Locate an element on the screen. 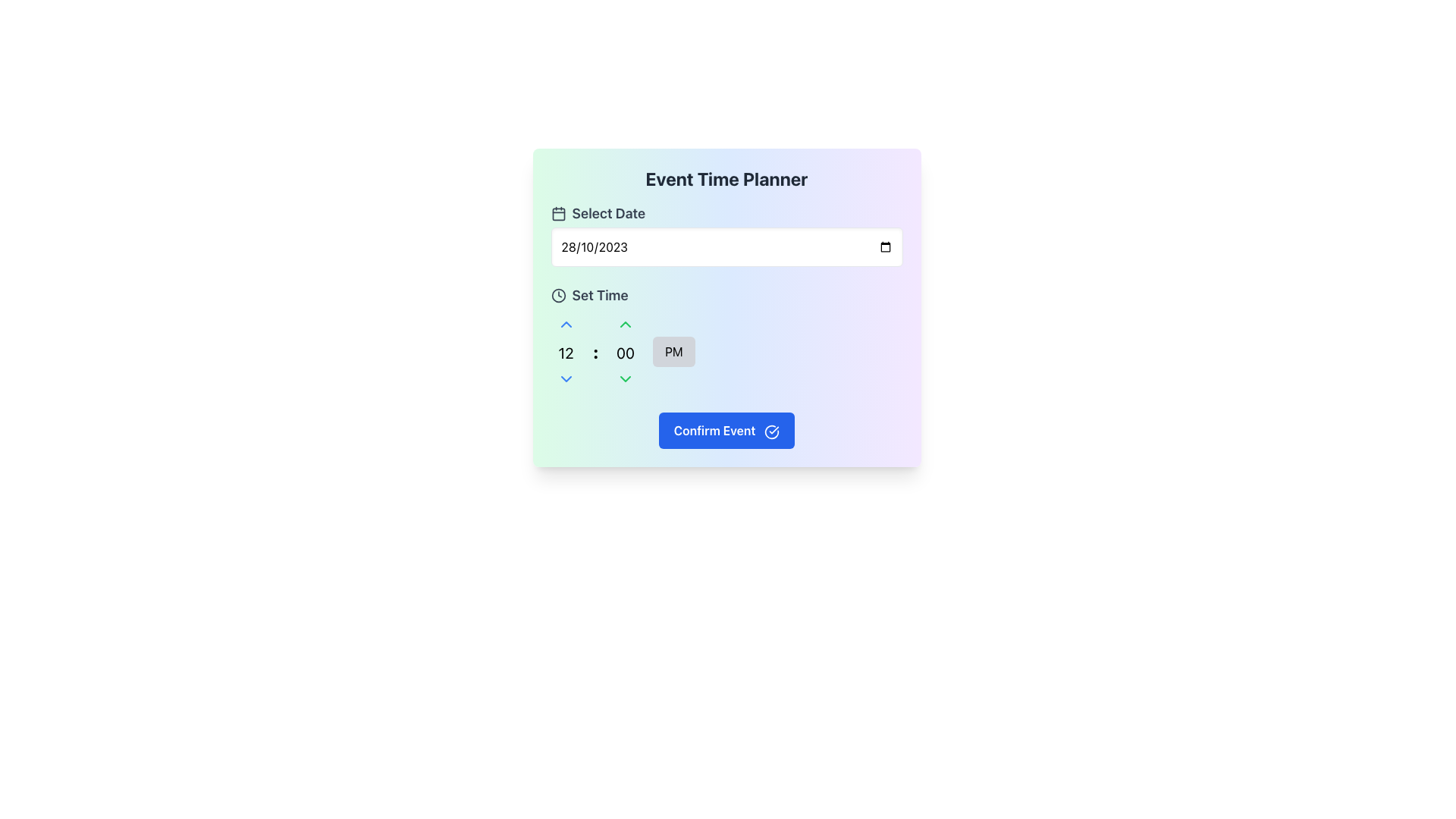  the calendar icon located to the immediate left of the 'Select Date' label in the 'Event Time Planner' interface is located at coordinates (557, 213).